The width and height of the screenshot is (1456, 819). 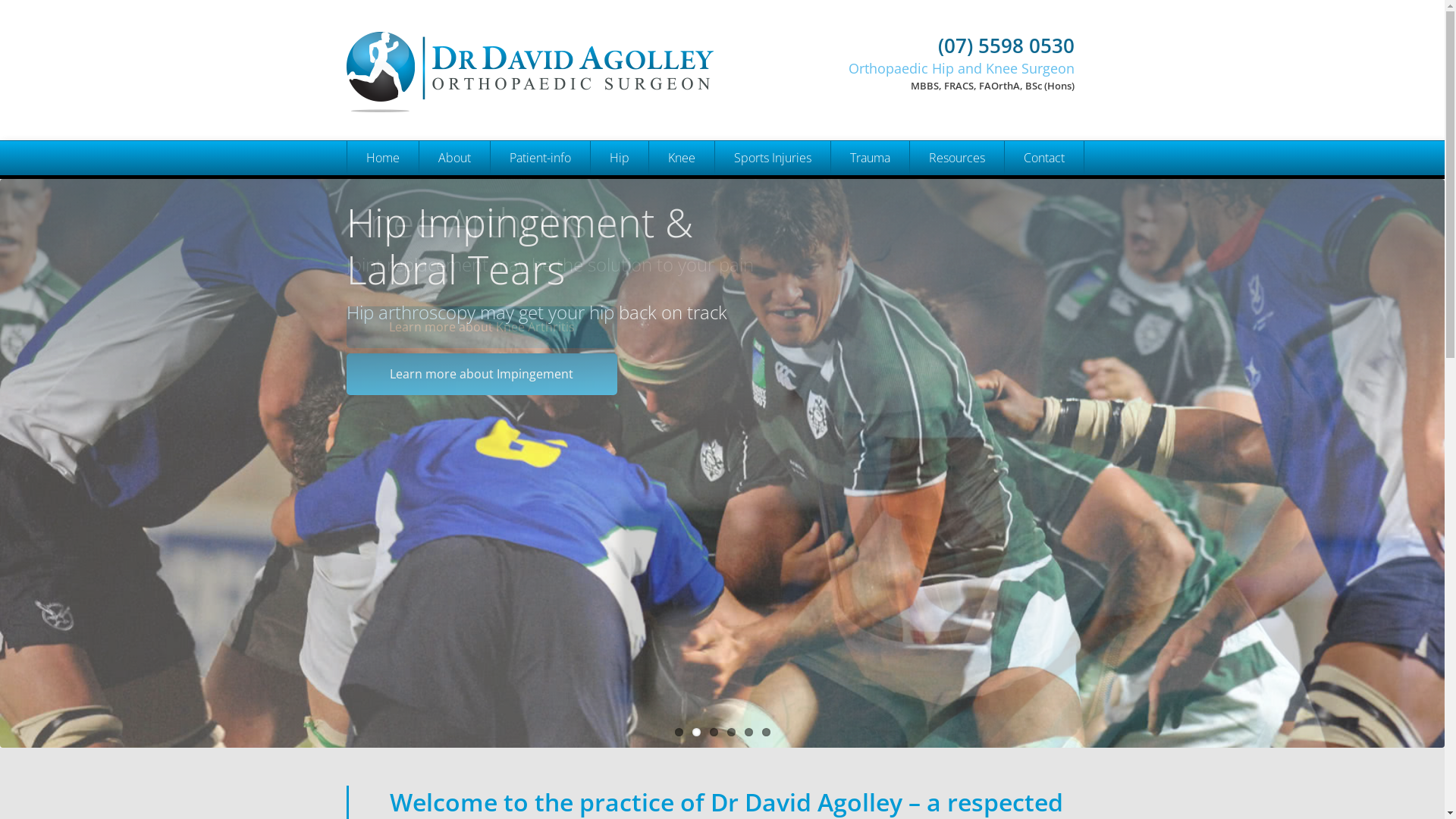 I want to click on 'Knee Osteotomy and Realignment', so click(x=679, y=362).